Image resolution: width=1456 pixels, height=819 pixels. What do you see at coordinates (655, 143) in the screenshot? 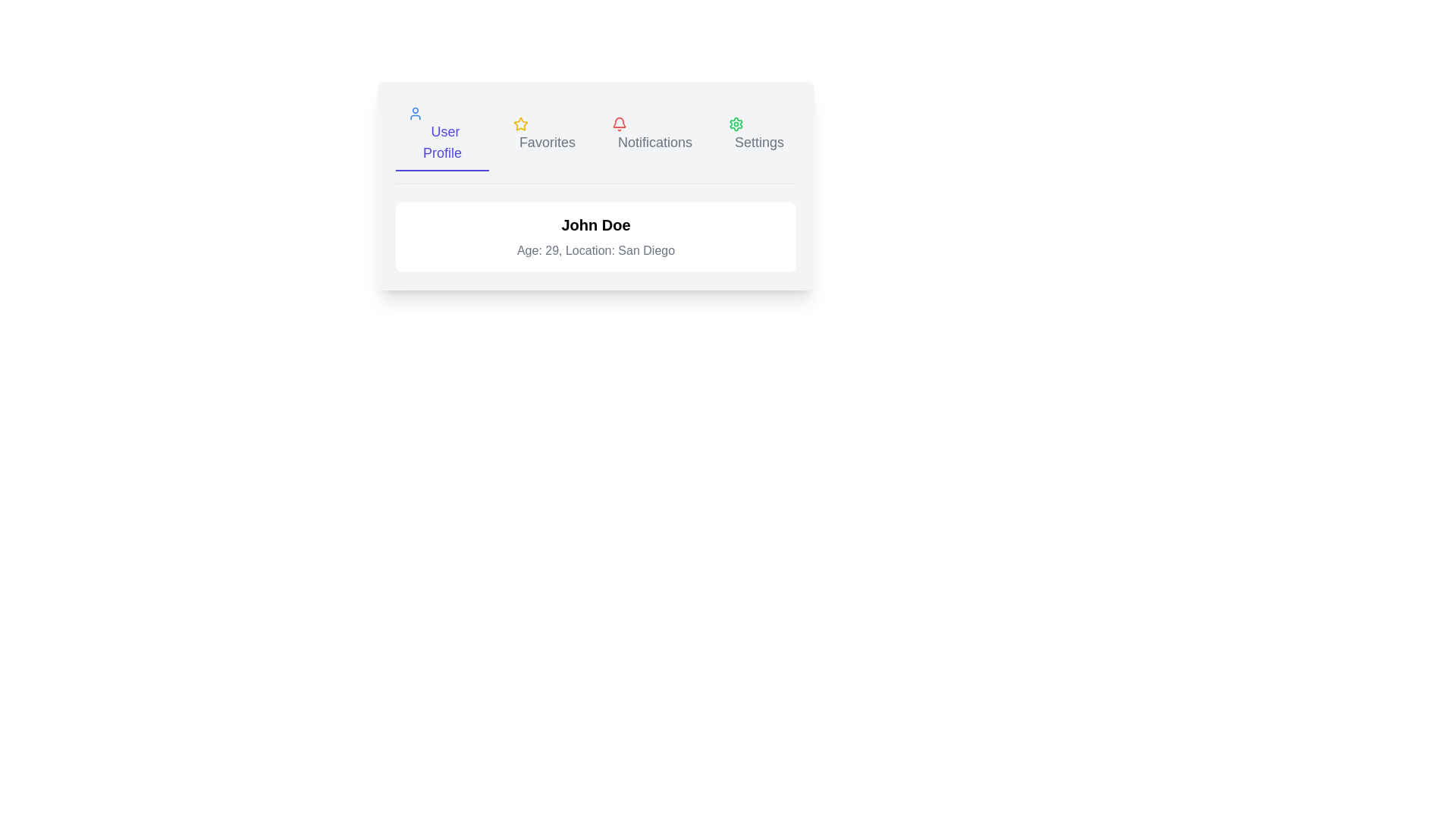
I see `the text content of the 'Notifications' label located in the navigation bar, which is centered above the user profile section` at bounding box center [655, 143].